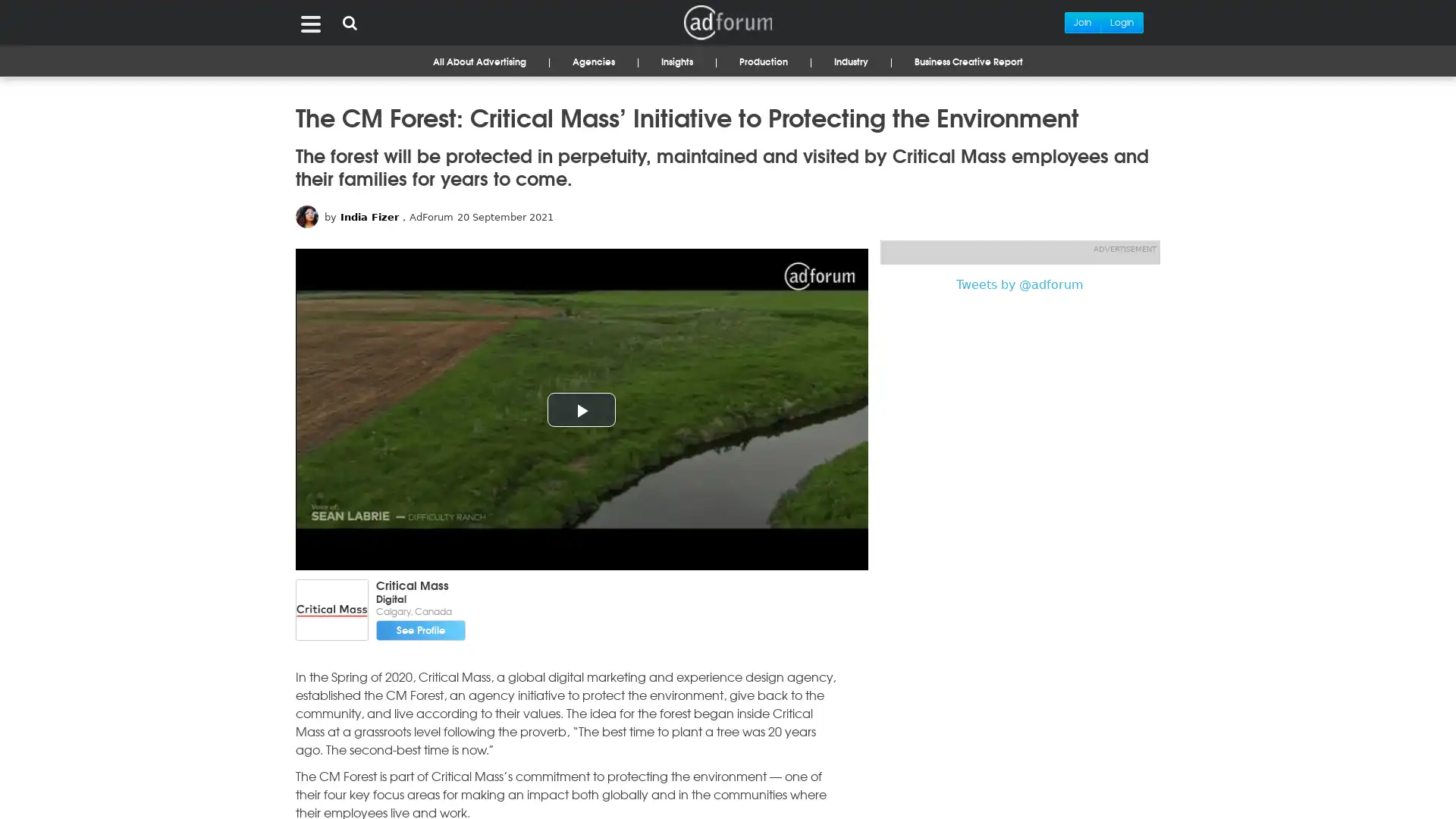  I want to click on Join, so click(1081, 23).